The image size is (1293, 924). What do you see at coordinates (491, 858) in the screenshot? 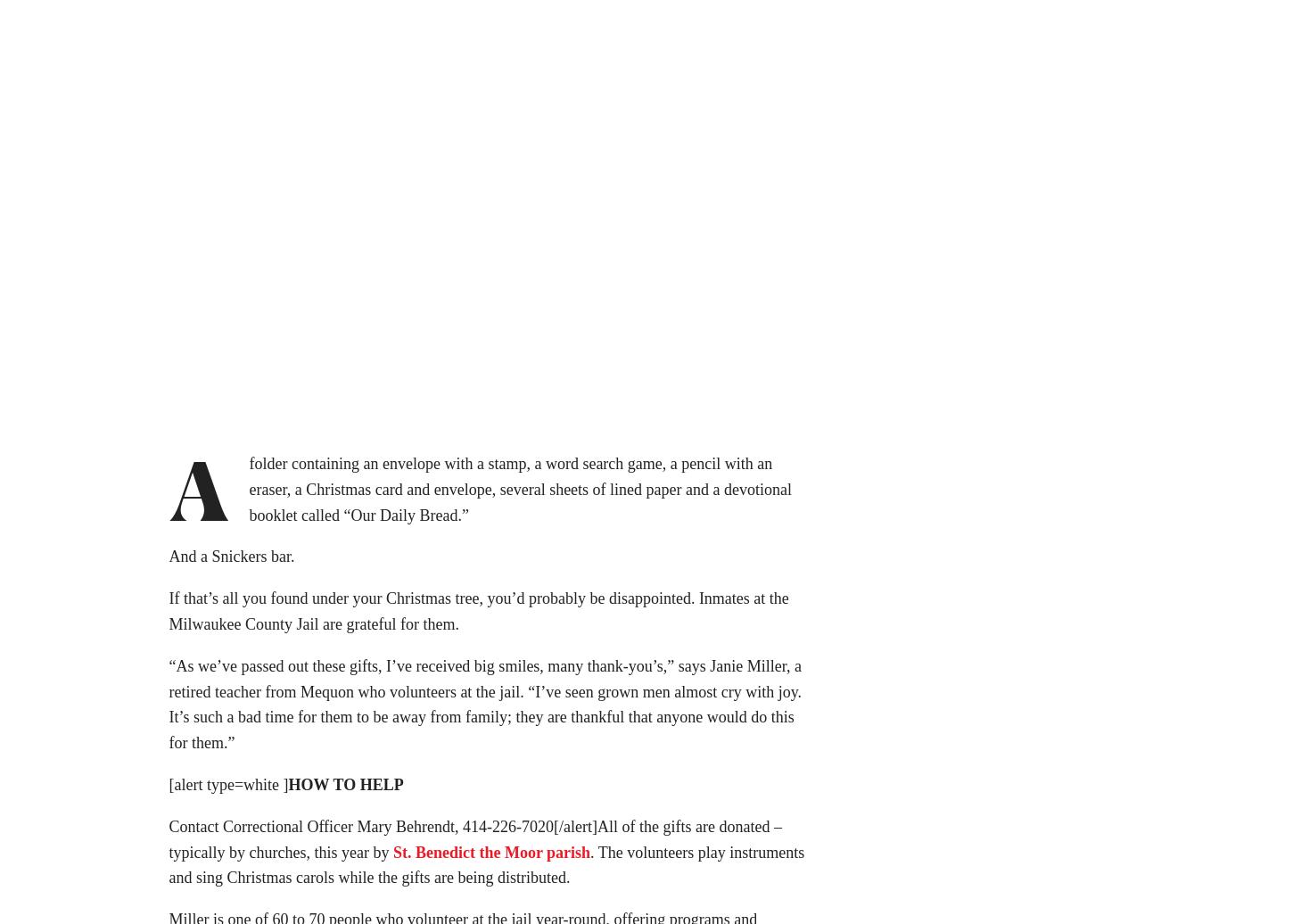
I see `'St. Benedict the Moor parish'` at bounding box center [491, 858].